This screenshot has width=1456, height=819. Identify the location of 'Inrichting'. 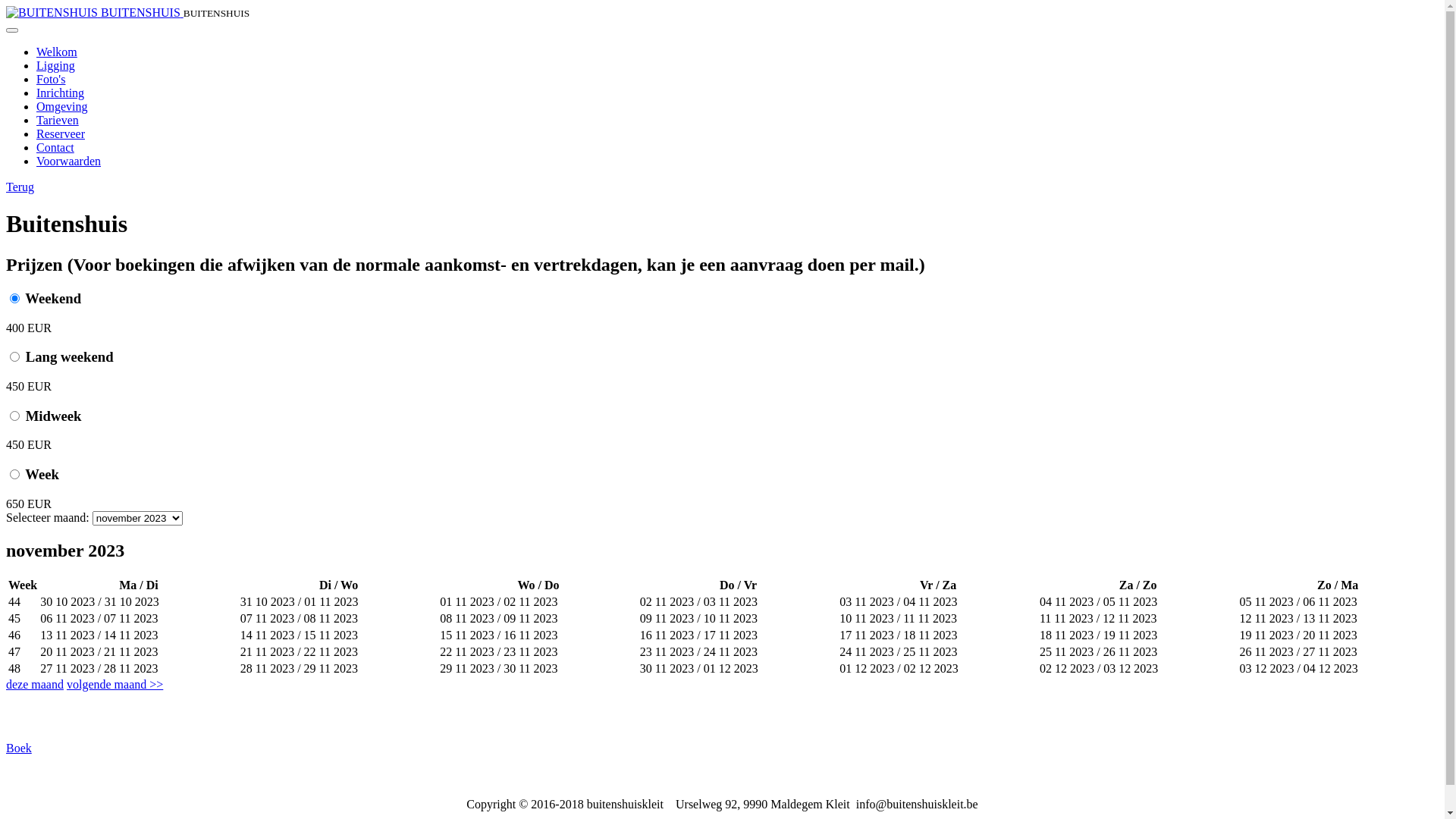
(60, 93).